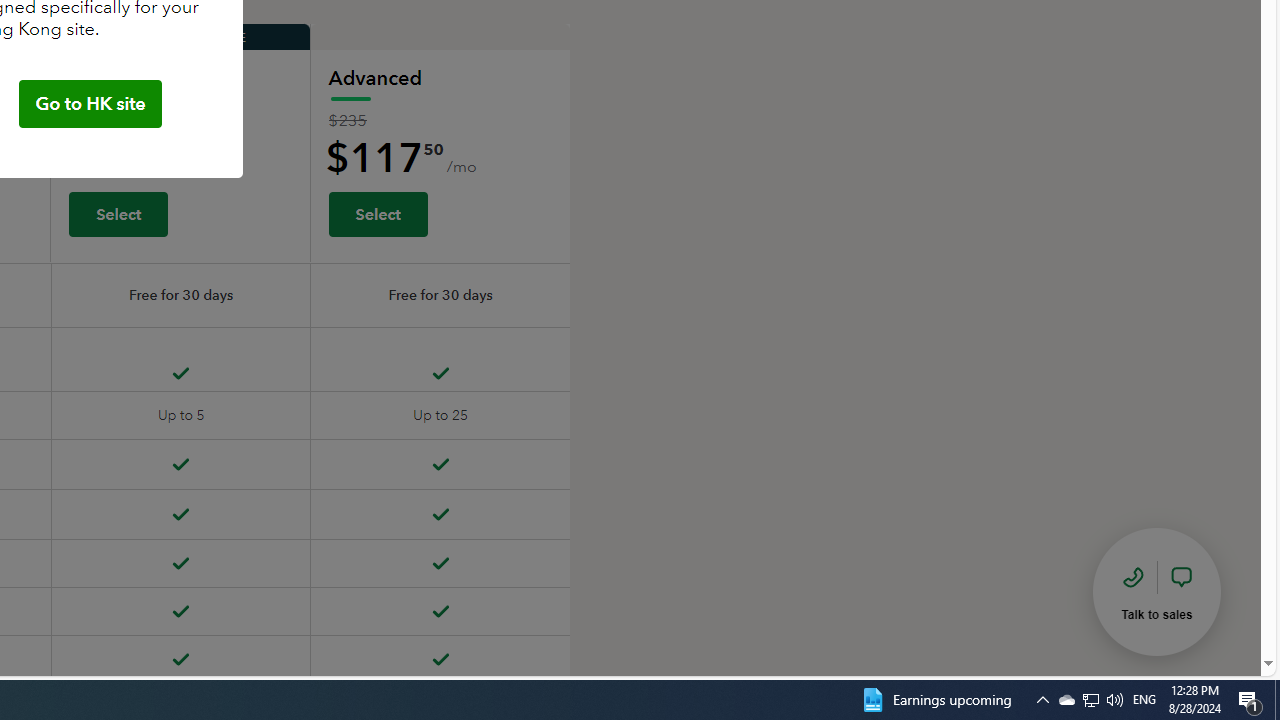 The height and width of the screenshot is (720, 1280). What do you see at coordinates (1157, 590) in the screenshot?
I see `'talk to sales'` at bounding box center [1157, 590].